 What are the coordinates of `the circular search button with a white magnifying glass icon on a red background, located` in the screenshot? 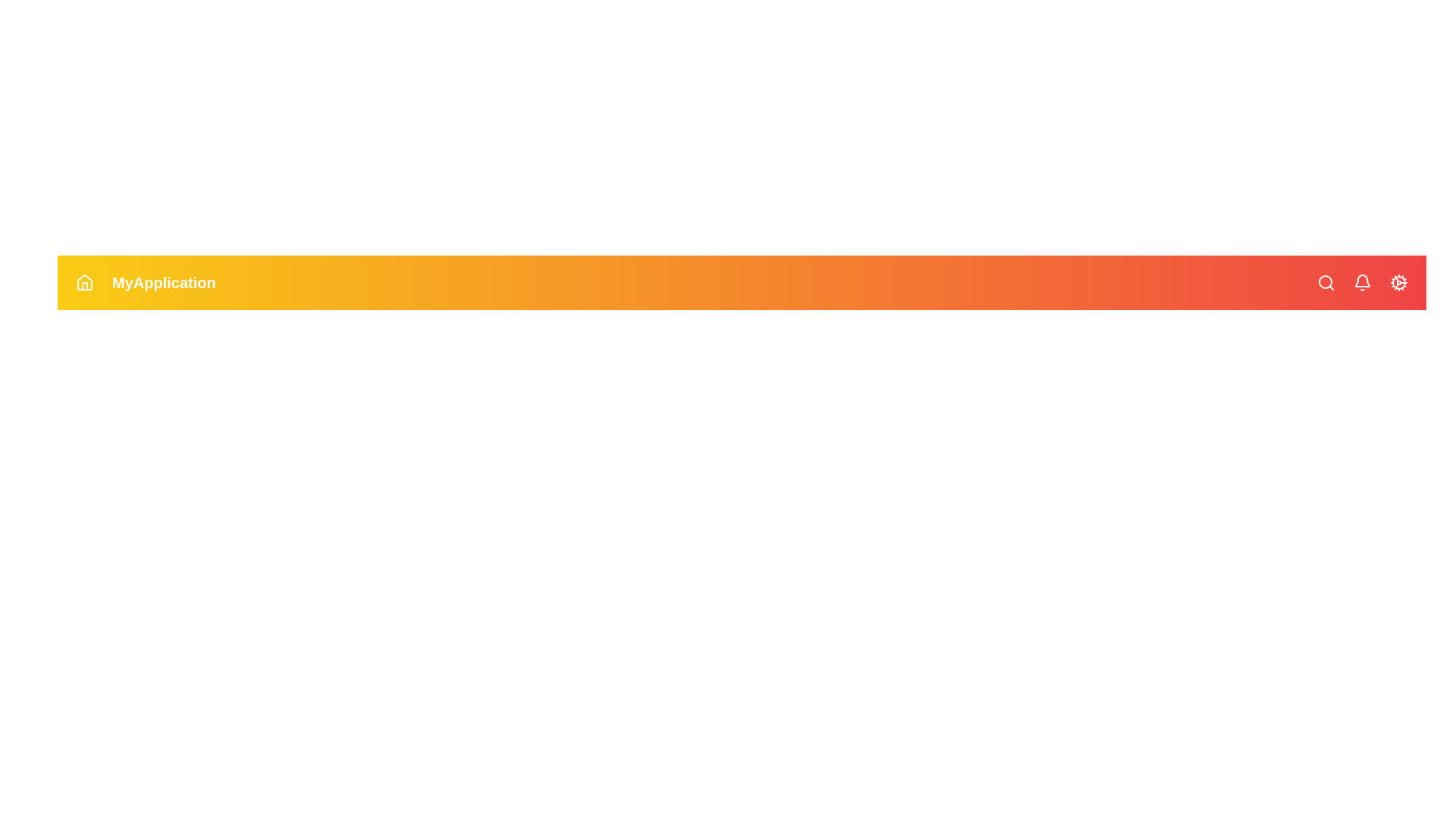 It's located at (1325, 283).